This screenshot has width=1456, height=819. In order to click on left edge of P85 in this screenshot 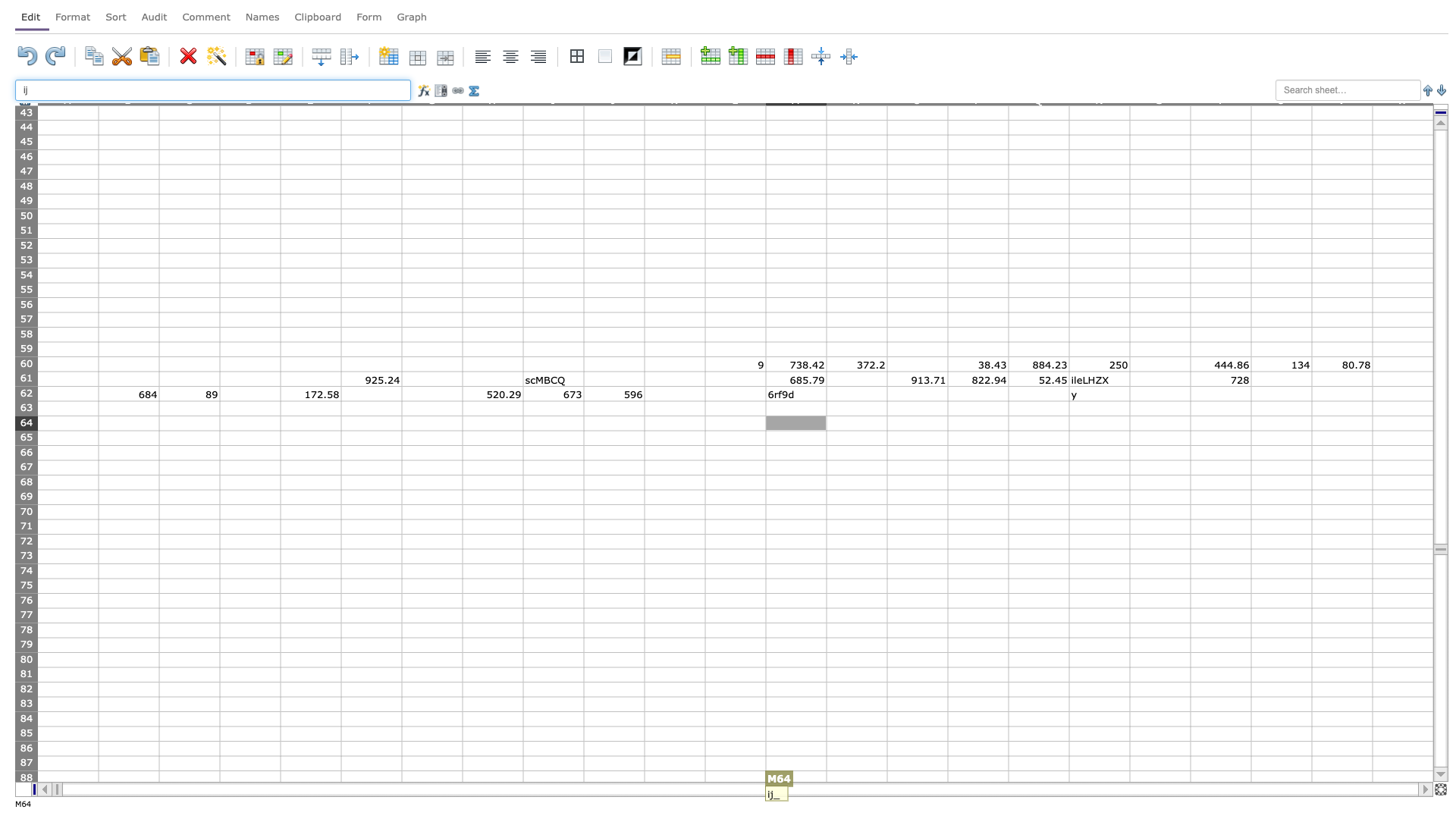, I will do `click(946, 733)`.